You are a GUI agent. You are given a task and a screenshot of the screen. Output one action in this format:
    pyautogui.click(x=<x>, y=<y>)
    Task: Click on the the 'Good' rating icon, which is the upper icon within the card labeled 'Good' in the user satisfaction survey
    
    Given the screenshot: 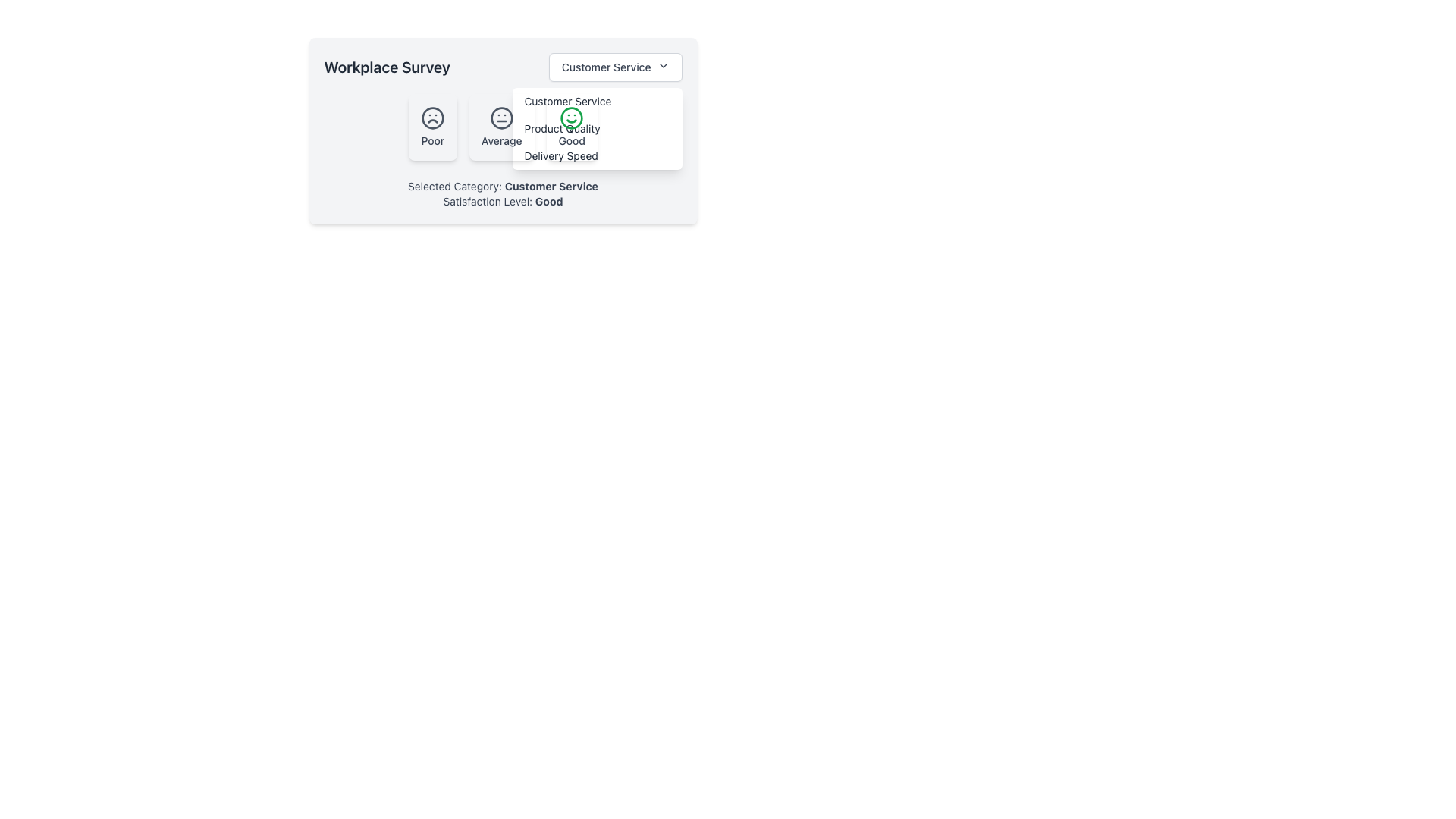 What is the action you would take?
    pyautogui.click(x=571, y=117)
    